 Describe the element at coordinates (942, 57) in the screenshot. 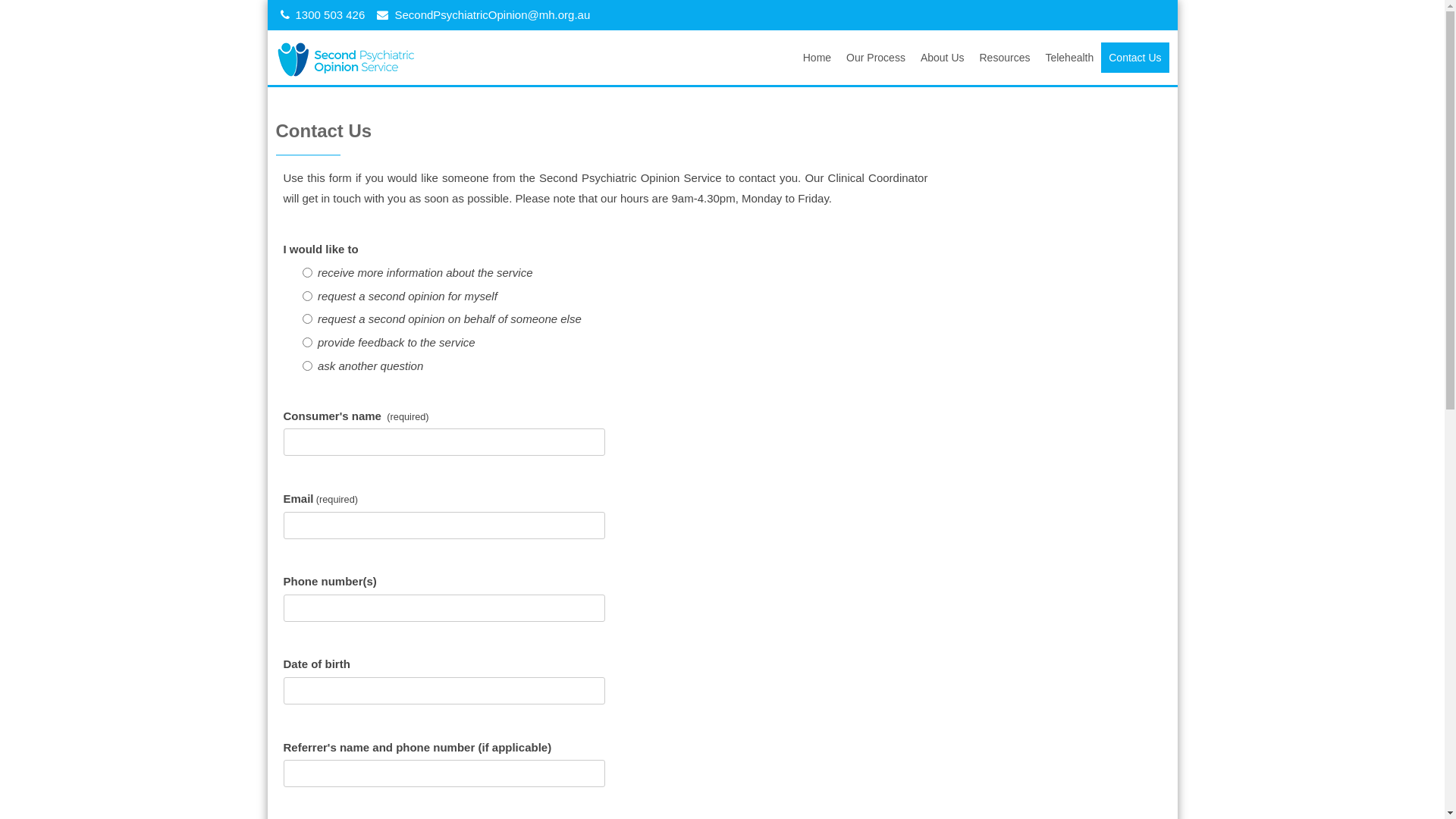

I see `'About Us'` at that location.